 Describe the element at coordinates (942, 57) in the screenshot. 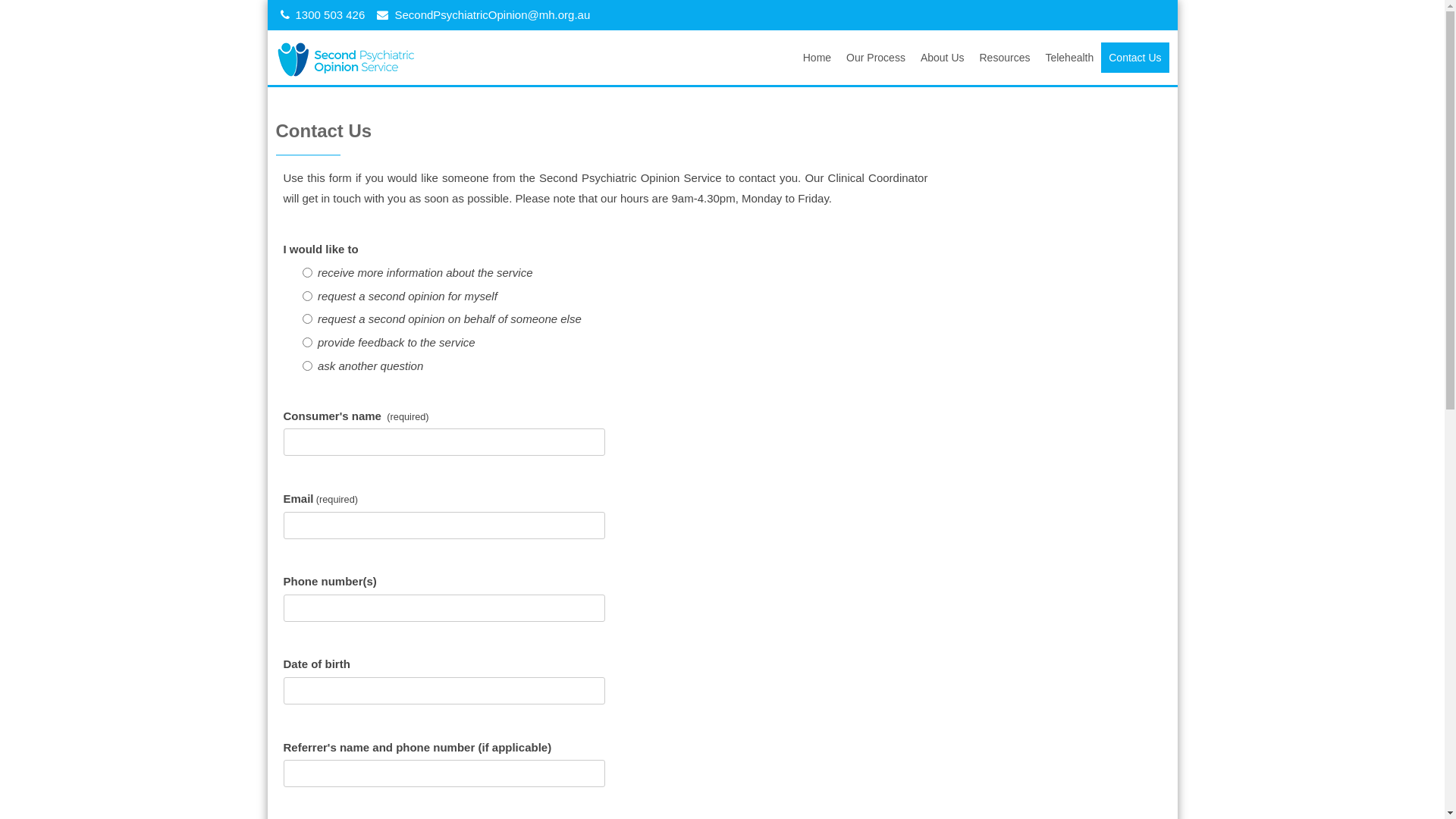

I see `'About Us'` at that location.